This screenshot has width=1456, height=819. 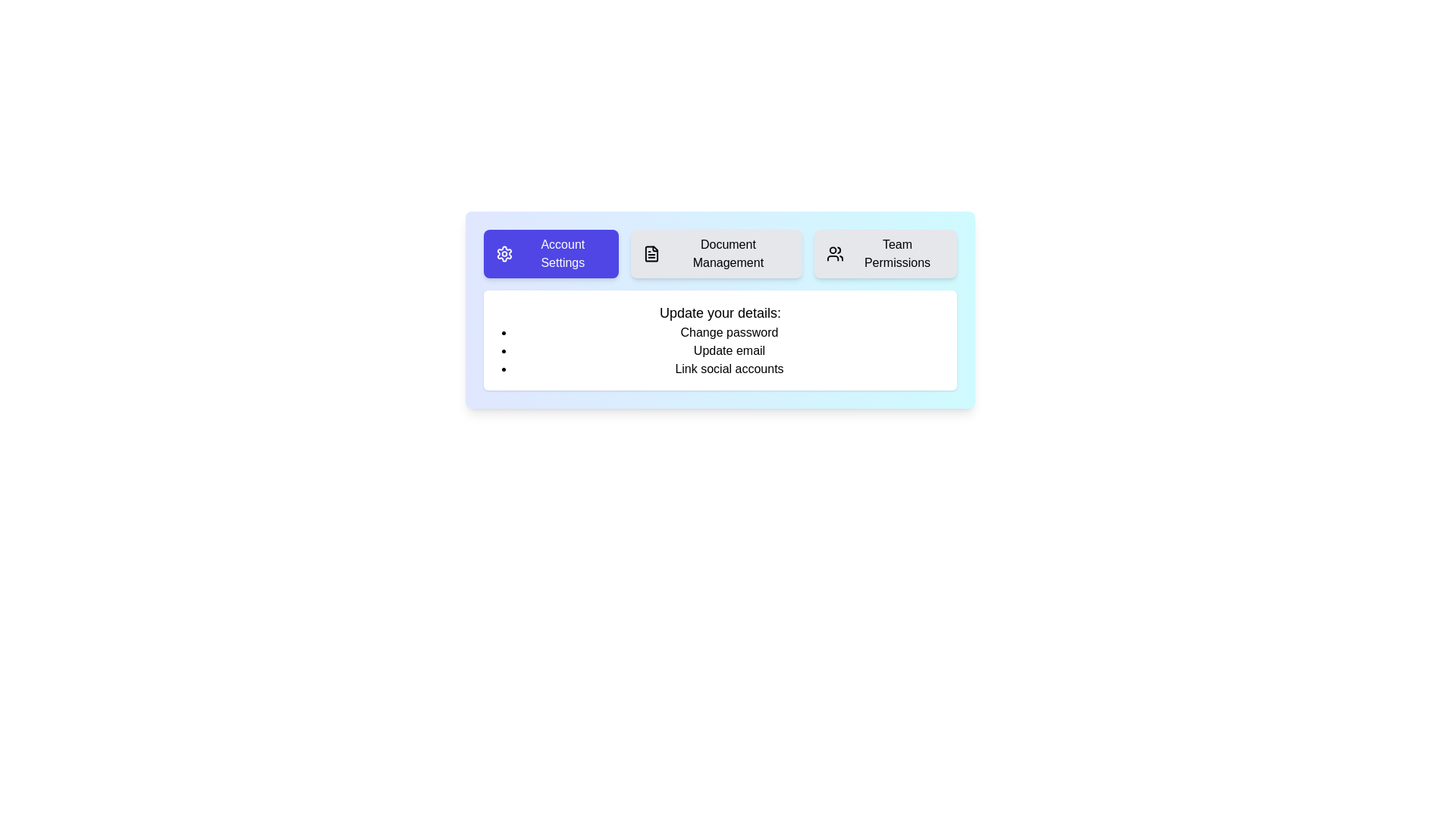 What do you see at coordinates (729, 332) in the screenshot?
I see `the 'Change password' text label, which is the first item in the bullet-pointed list under 'Update your details:' section` at bounding box center [729, 332].